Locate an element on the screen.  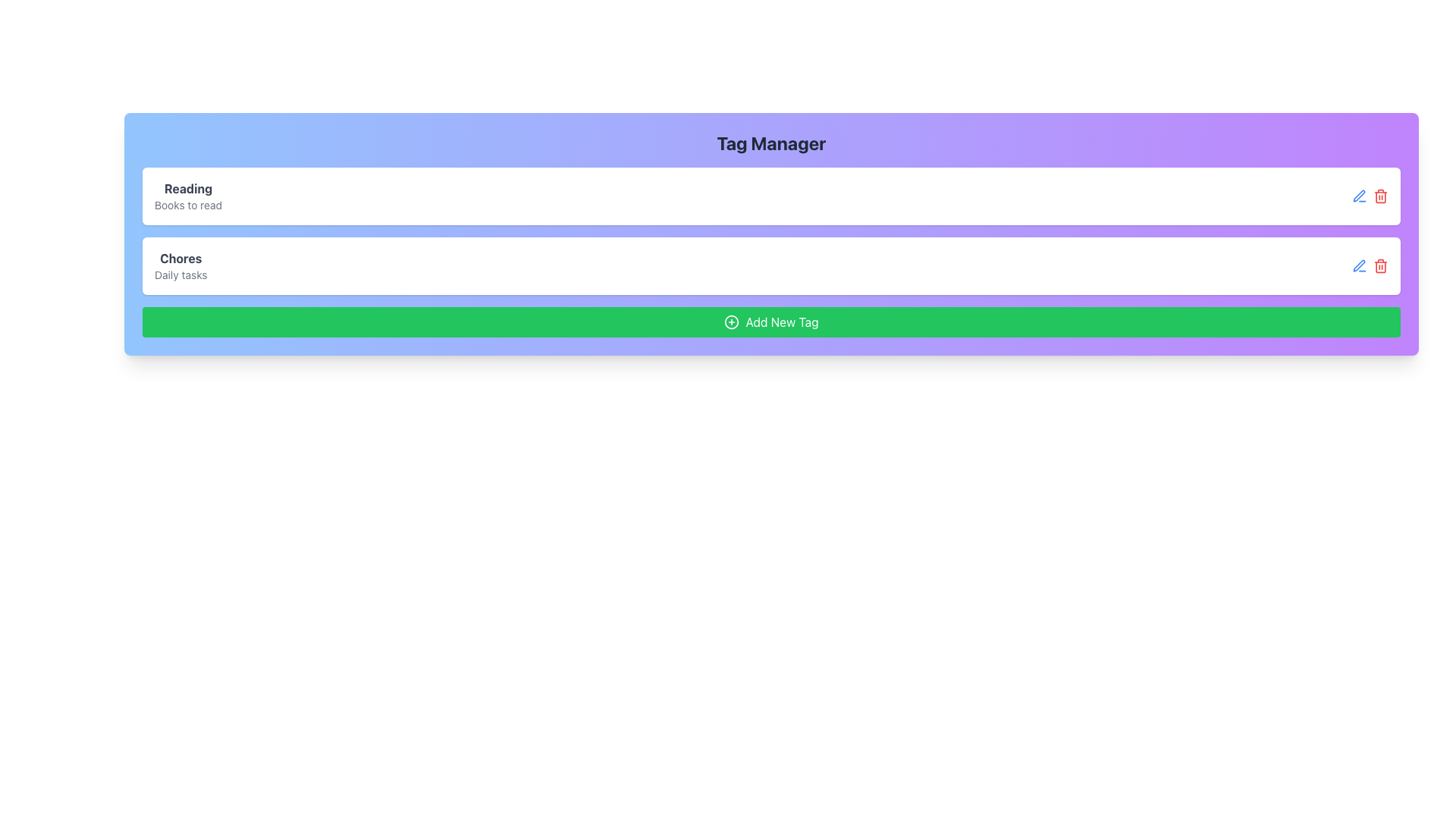
the label that serves as a title for the associated content, positioned above the 'Daily tasks' text and below the 'Reading' section is located at coordinates (180, 257).